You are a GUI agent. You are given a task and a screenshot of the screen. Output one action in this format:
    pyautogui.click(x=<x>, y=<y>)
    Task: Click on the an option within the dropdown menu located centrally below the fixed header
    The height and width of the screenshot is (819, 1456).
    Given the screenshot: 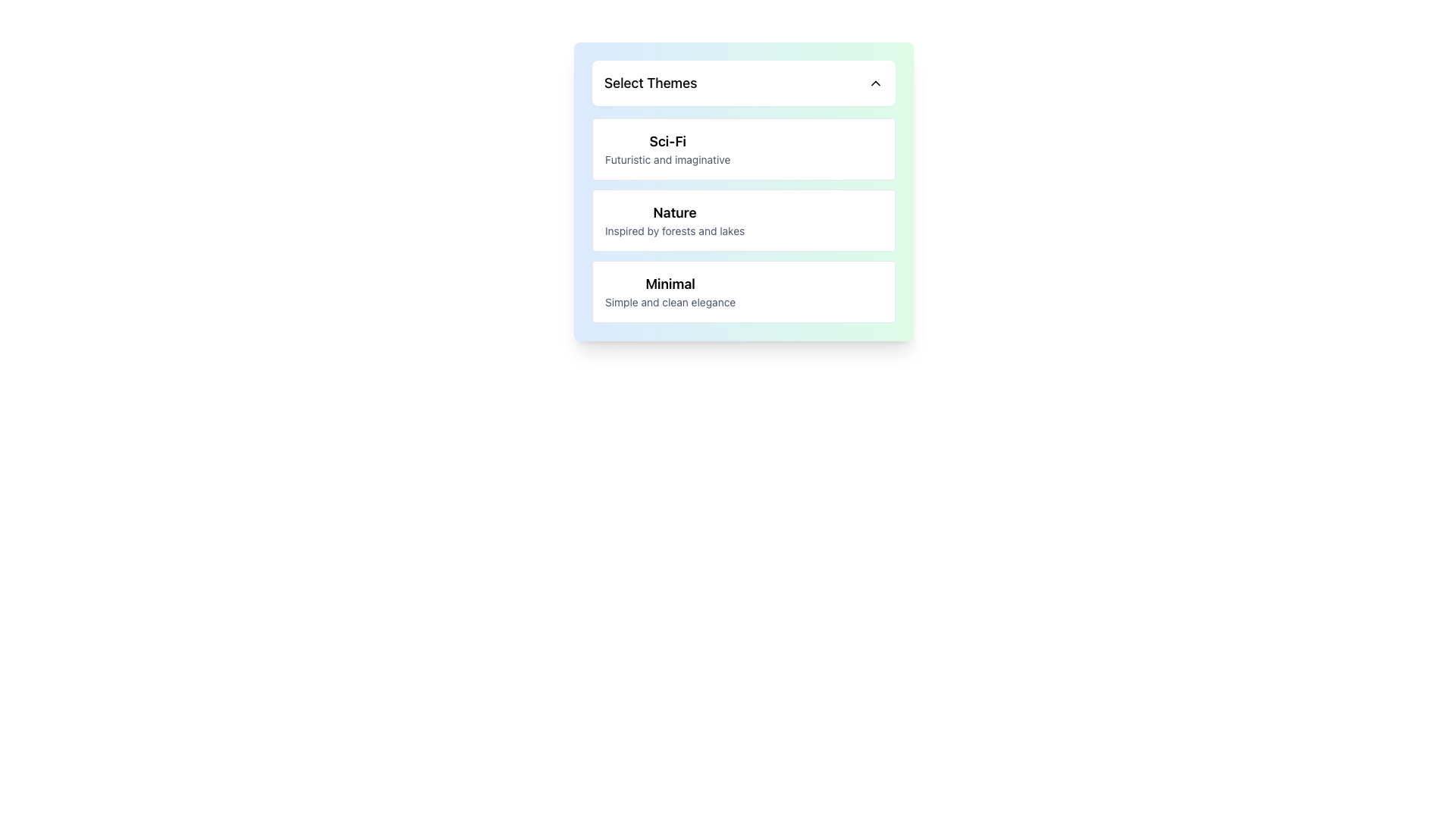 What is the action you would take?
    pyautogui.click(x=743, y=191)
    